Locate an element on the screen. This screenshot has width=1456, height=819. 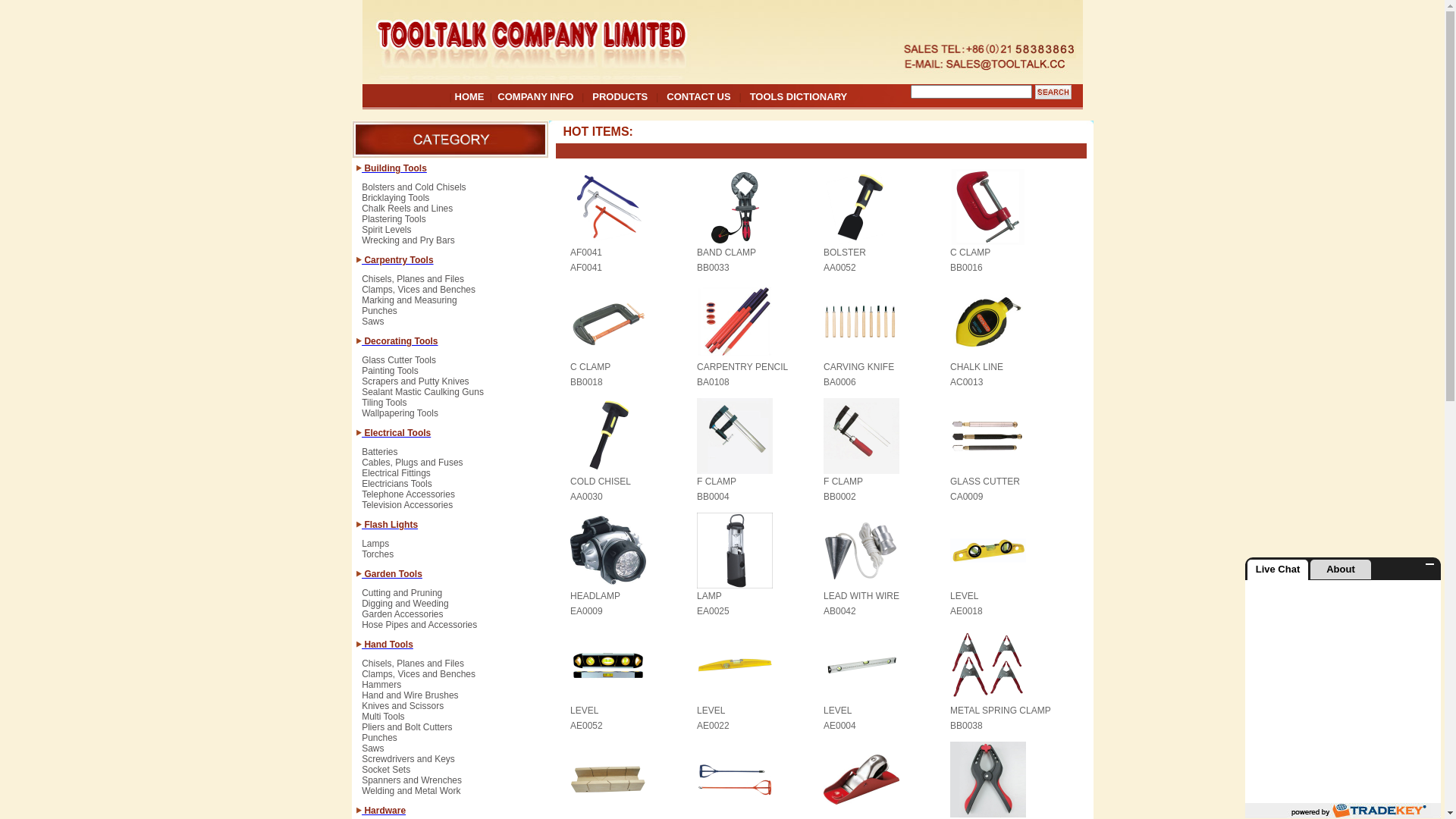
'Multi Tools' is located at coordinates (382, 721).